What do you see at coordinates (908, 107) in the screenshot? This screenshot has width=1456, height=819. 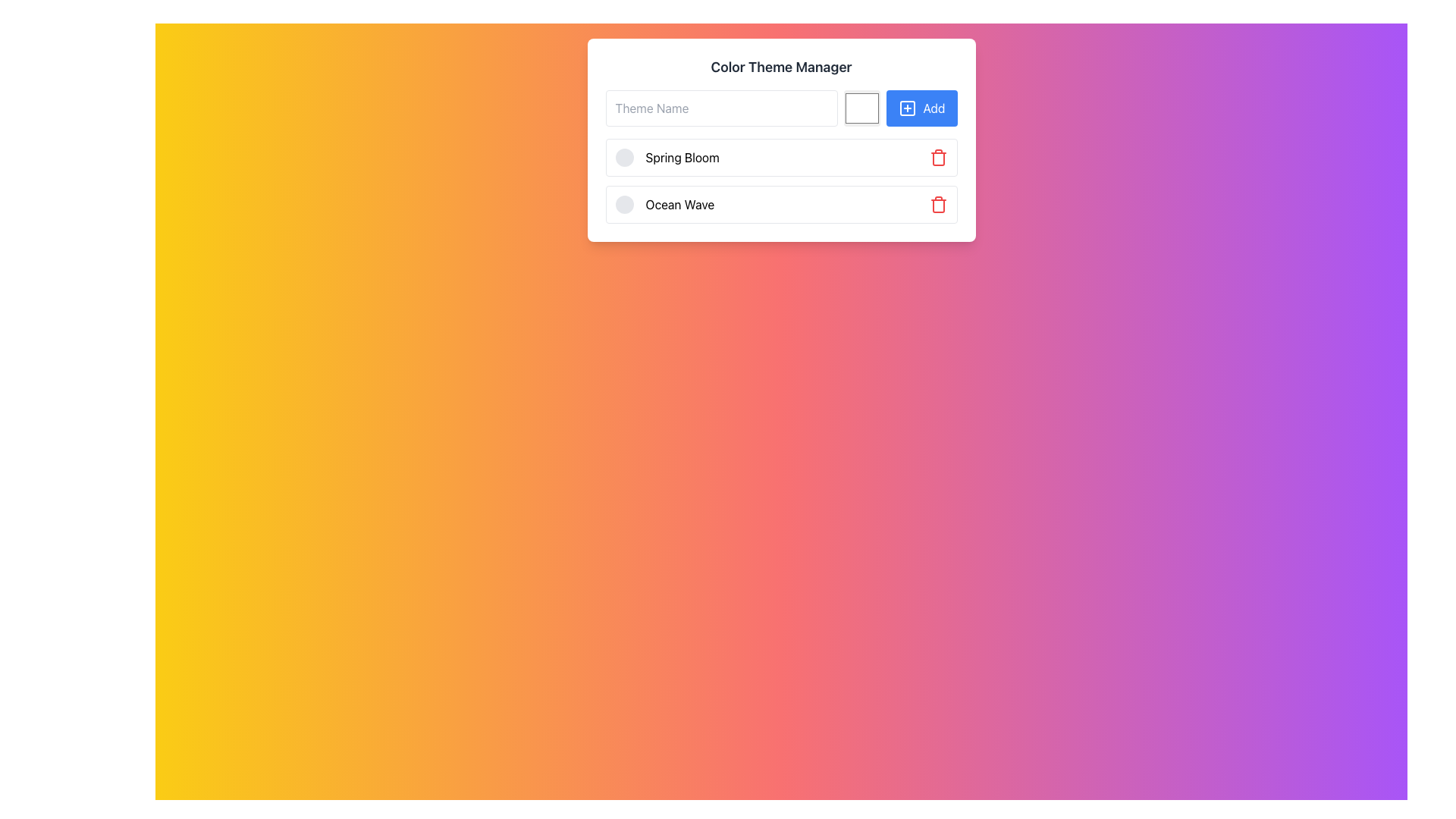 I see `the small rectangular icon with rounded corners inside the blue 'Add' button` at bounding box center [908, 107].